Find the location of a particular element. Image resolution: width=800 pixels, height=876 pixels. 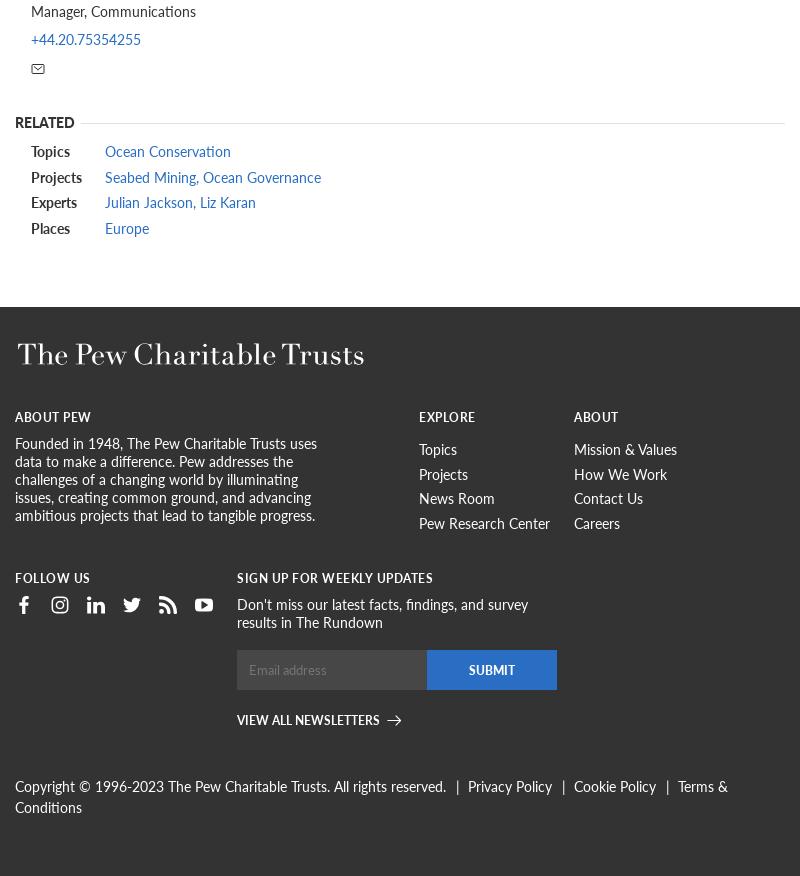

'ABOUT PEW' is located at coordinates (52, 417).